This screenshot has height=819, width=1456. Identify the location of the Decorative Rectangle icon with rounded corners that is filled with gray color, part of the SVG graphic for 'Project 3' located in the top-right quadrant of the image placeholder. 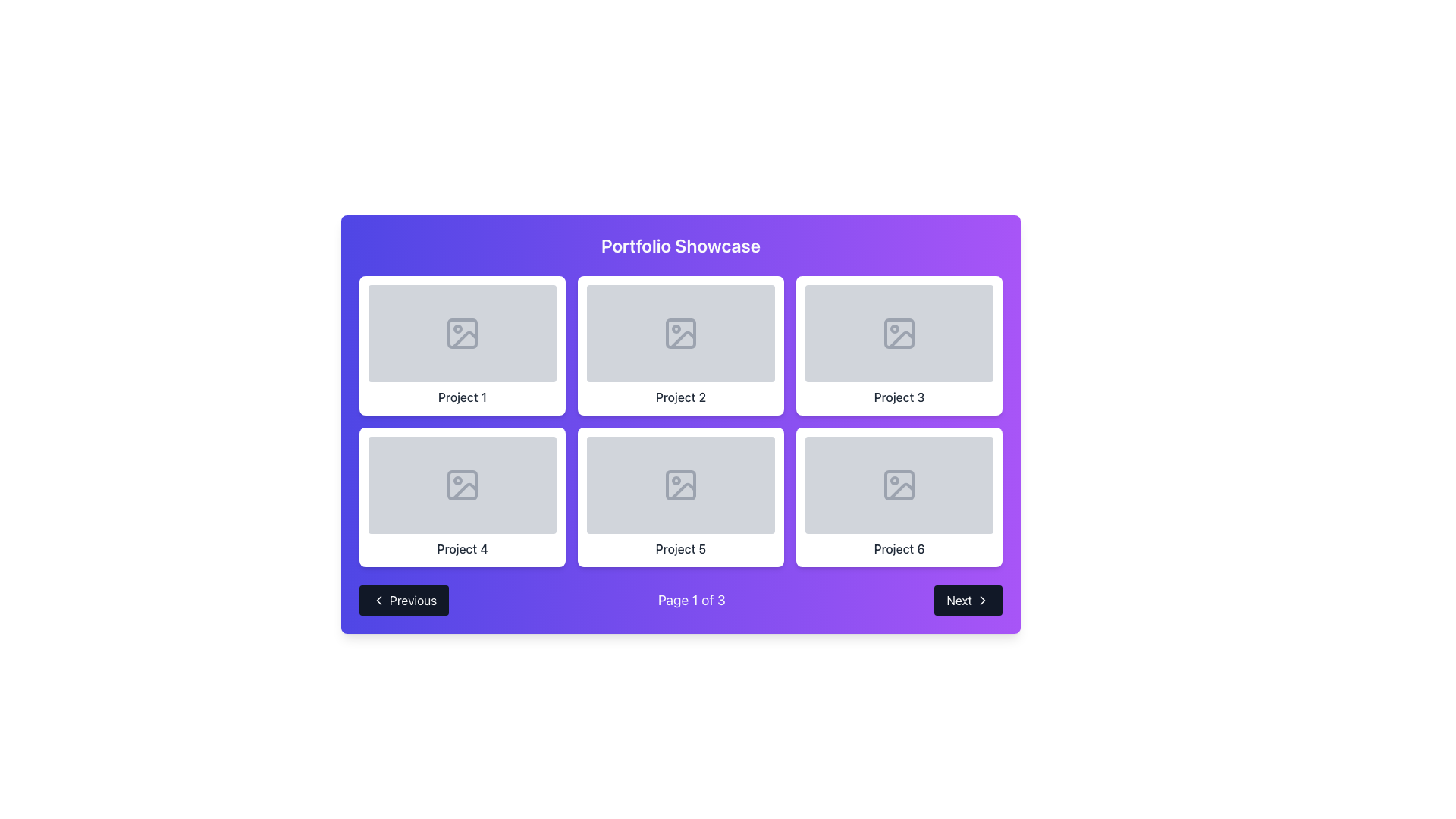
(899, 332).